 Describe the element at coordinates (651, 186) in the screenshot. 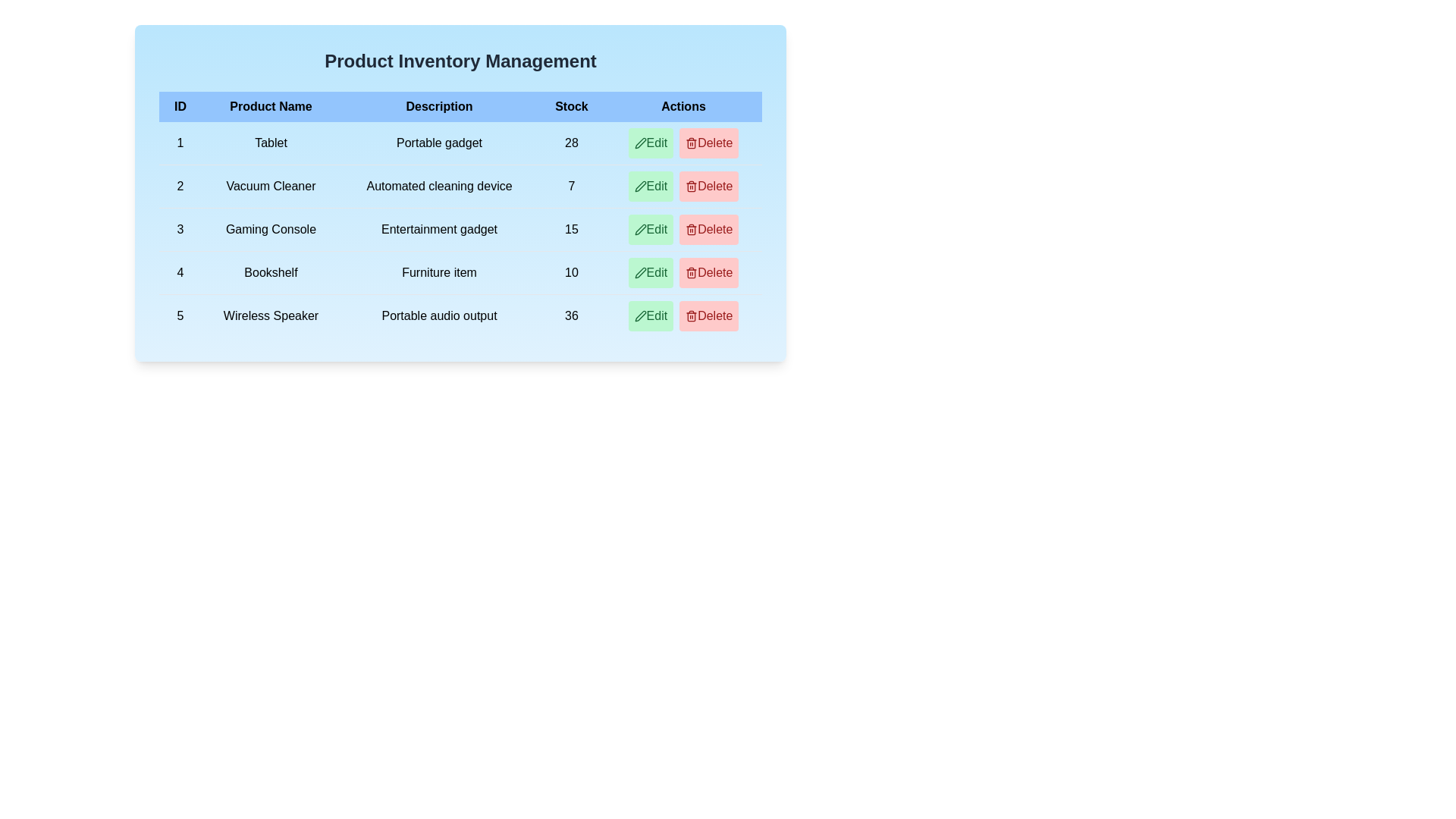

I see `the green 'Edit' button with rounded corners and a pen icon located in the third row of the actions column of a table` at that location.